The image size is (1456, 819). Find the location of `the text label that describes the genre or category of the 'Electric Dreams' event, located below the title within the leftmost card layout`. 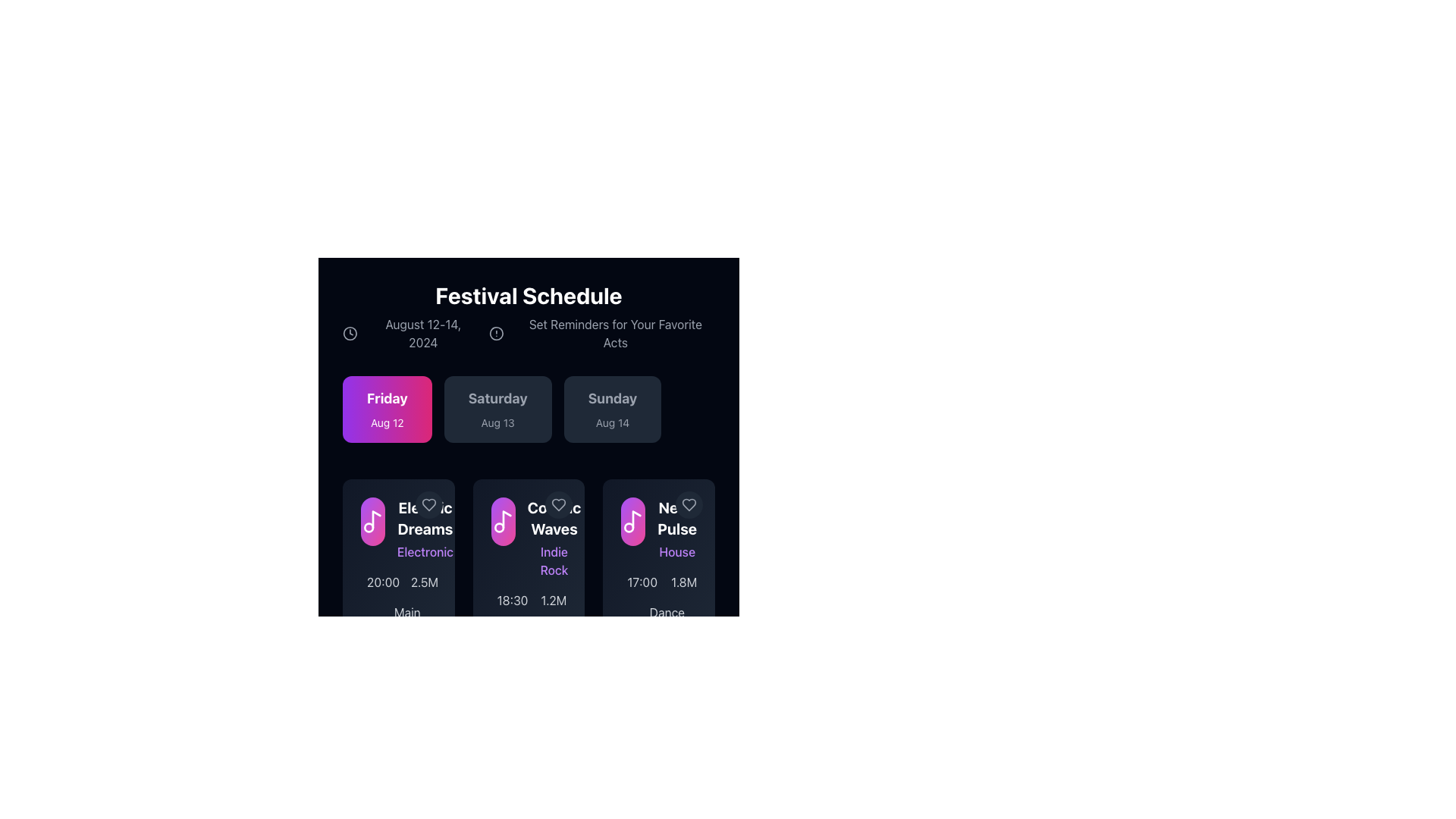

the text label that describes the genre or category of the 'Electric Dreams' event, located below the title within the leftmost card layout is located at coordinates (425, 552).